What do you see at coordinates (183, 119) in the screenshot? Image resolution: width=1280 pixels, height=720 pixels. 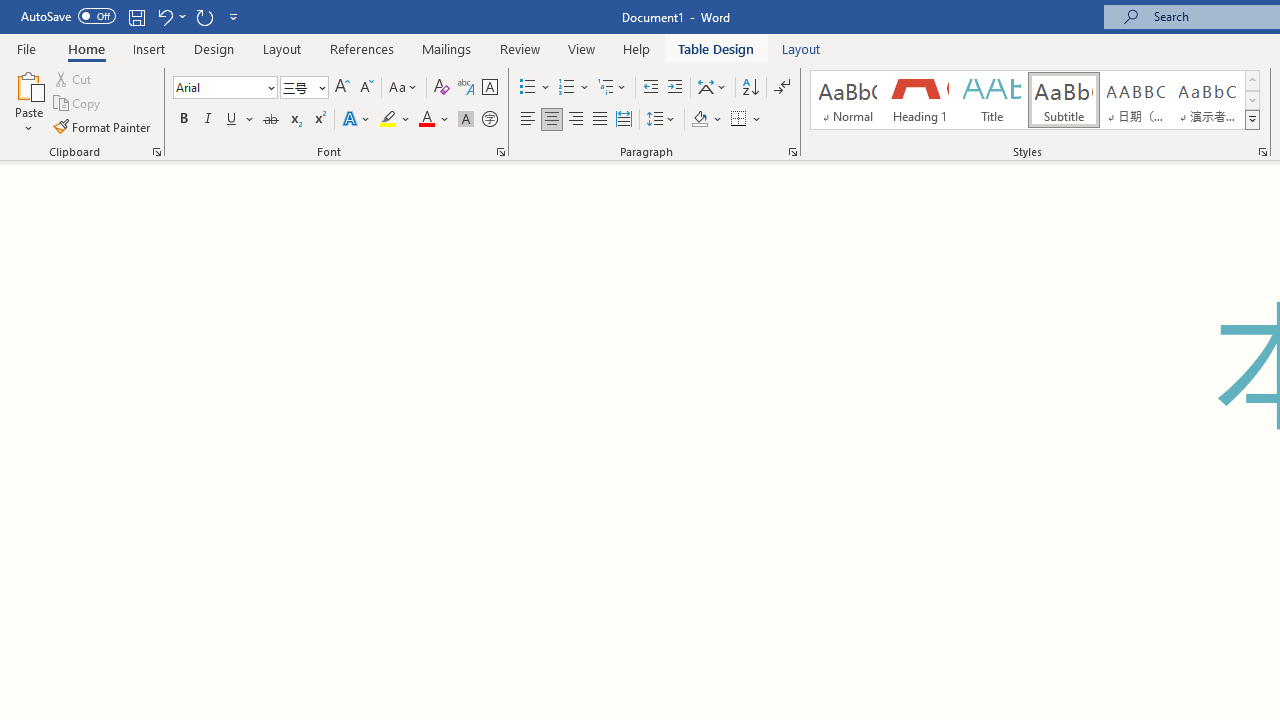 I see `'Bold'` at bounding box center [183, 119].